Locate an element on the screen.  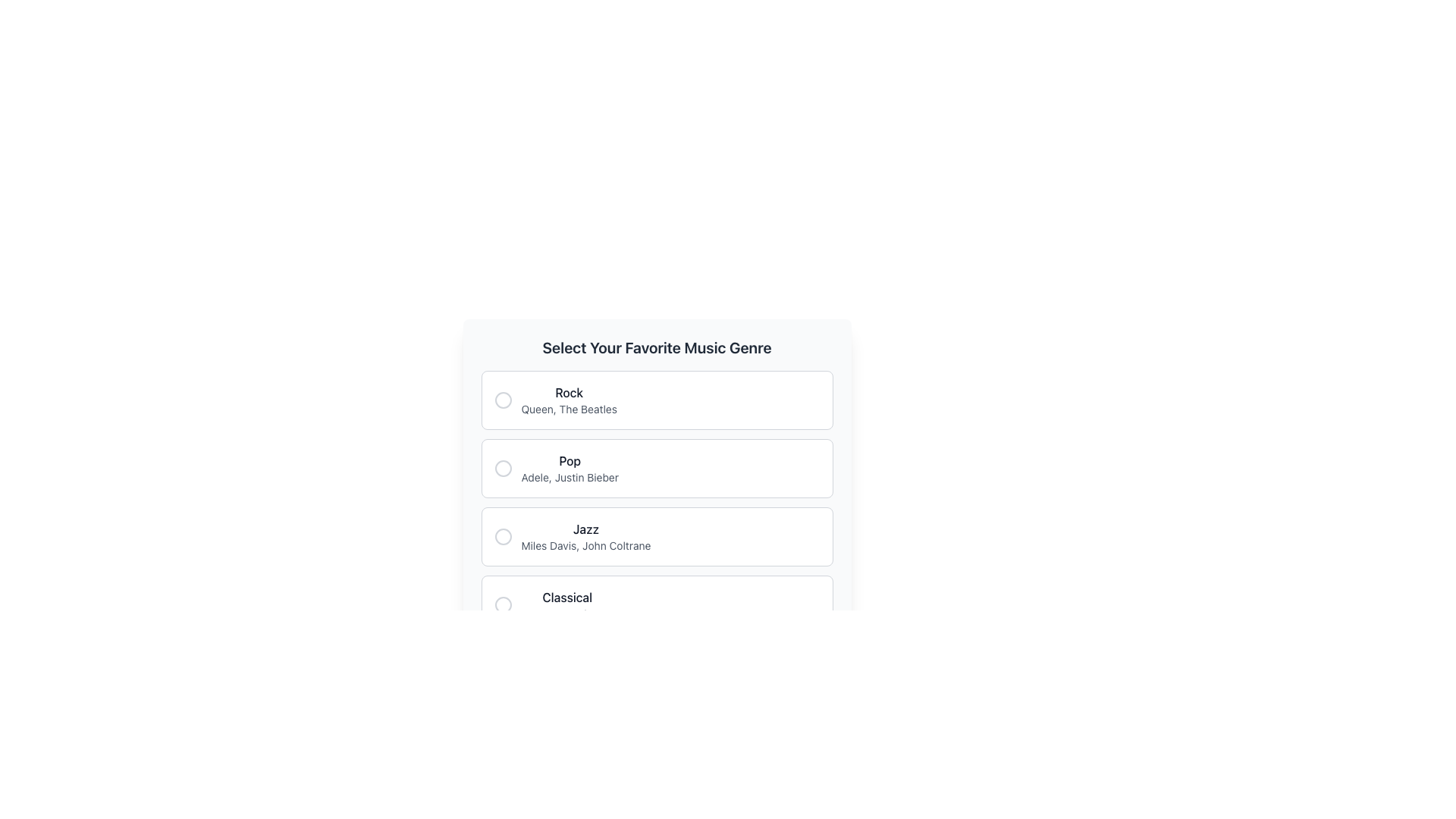
the radio button labeled 'Classical' is located at coordinates (657, 604).